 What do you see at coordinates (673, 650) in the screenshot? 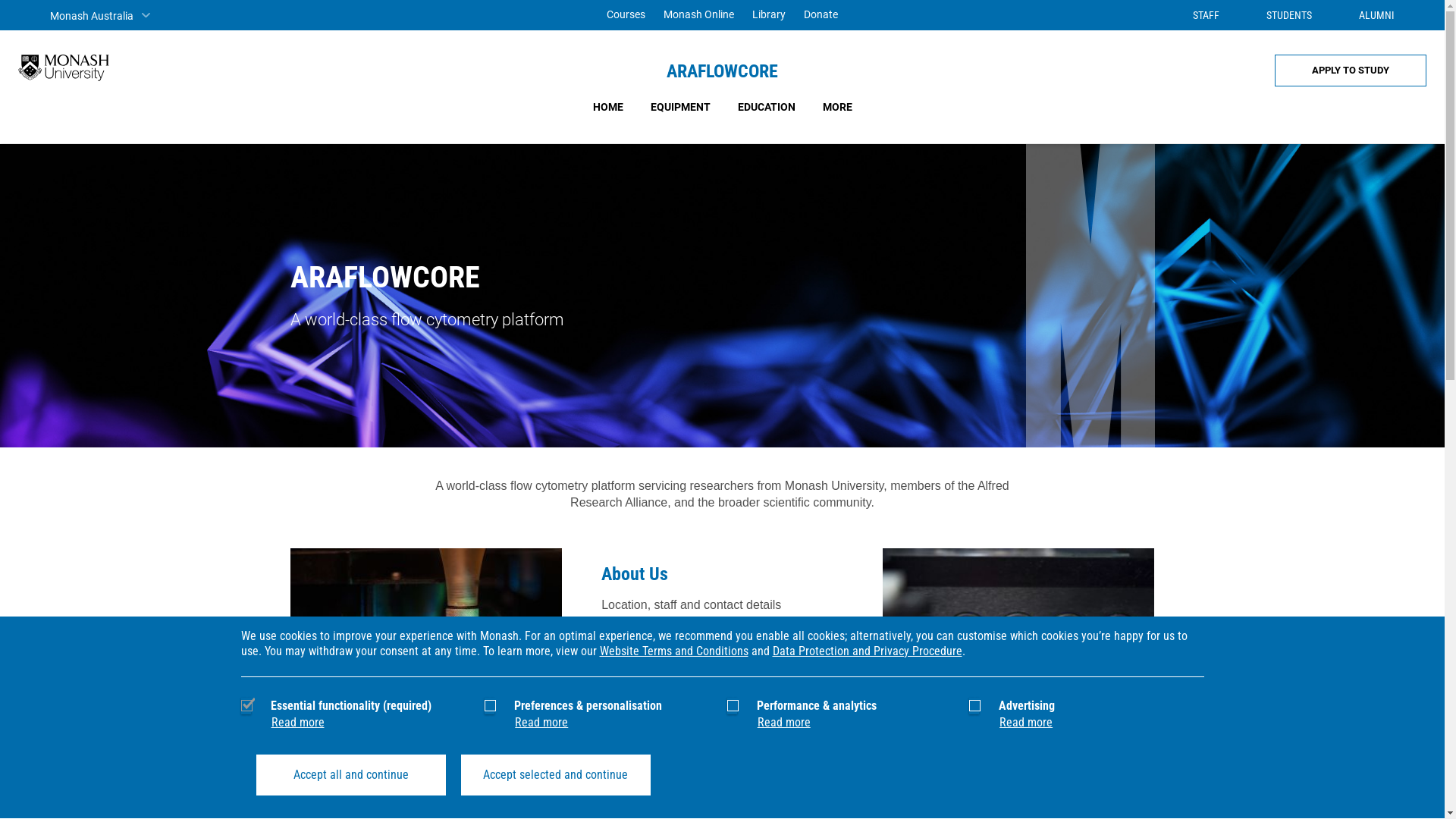
I see `'Website Terms and Conditions'` at bounding box center [673, 650].